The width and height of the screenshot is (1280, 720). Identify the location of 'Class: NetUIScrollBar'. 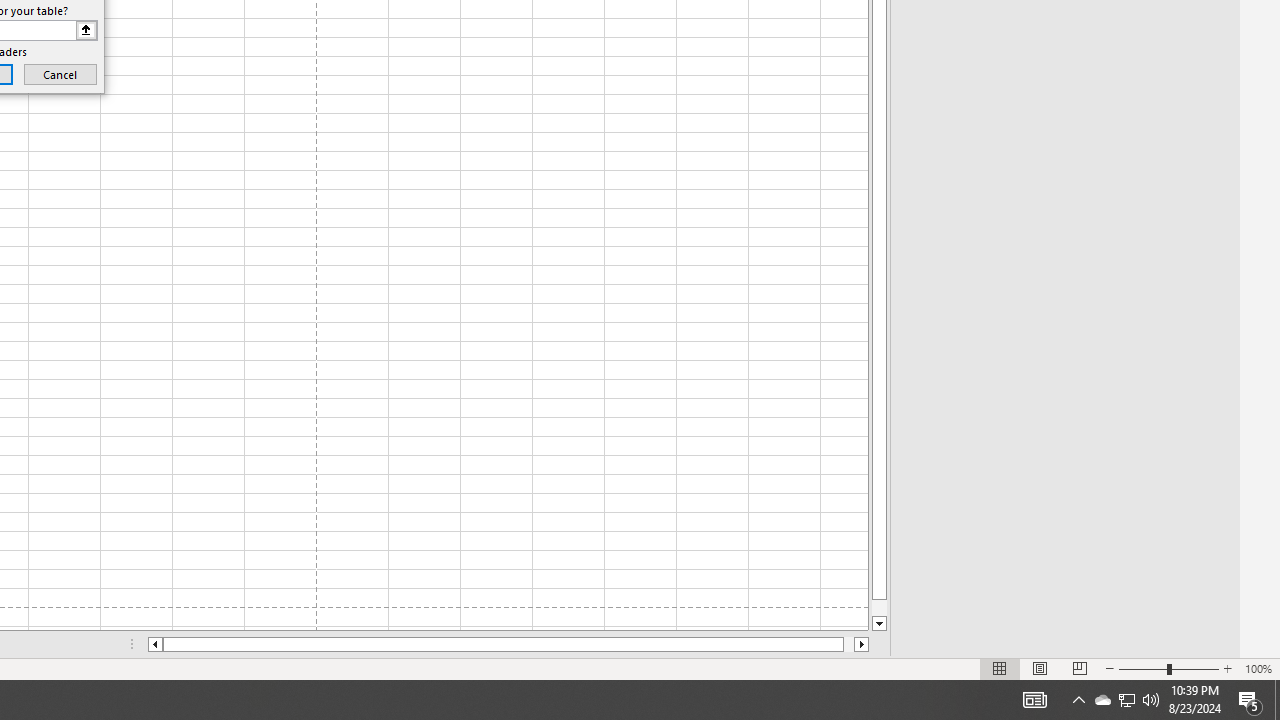
(508, 644).